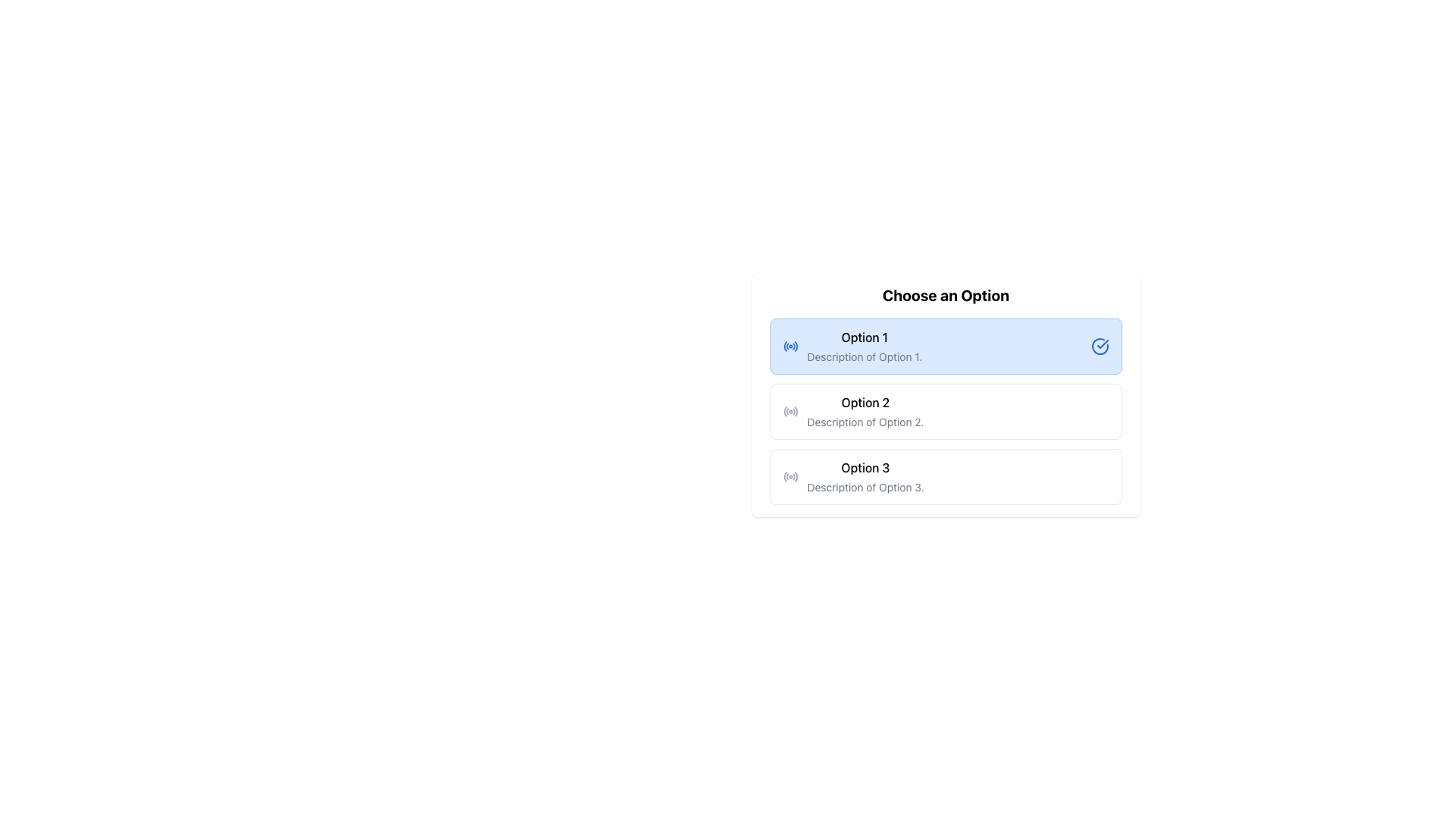  I want to click on the visual indicator icon representing the selected or verified state for 'Option 1 Description of Option 1' located at the rightmost side of the first option section under the 'Choose an Option' header, so click(1100, 346).